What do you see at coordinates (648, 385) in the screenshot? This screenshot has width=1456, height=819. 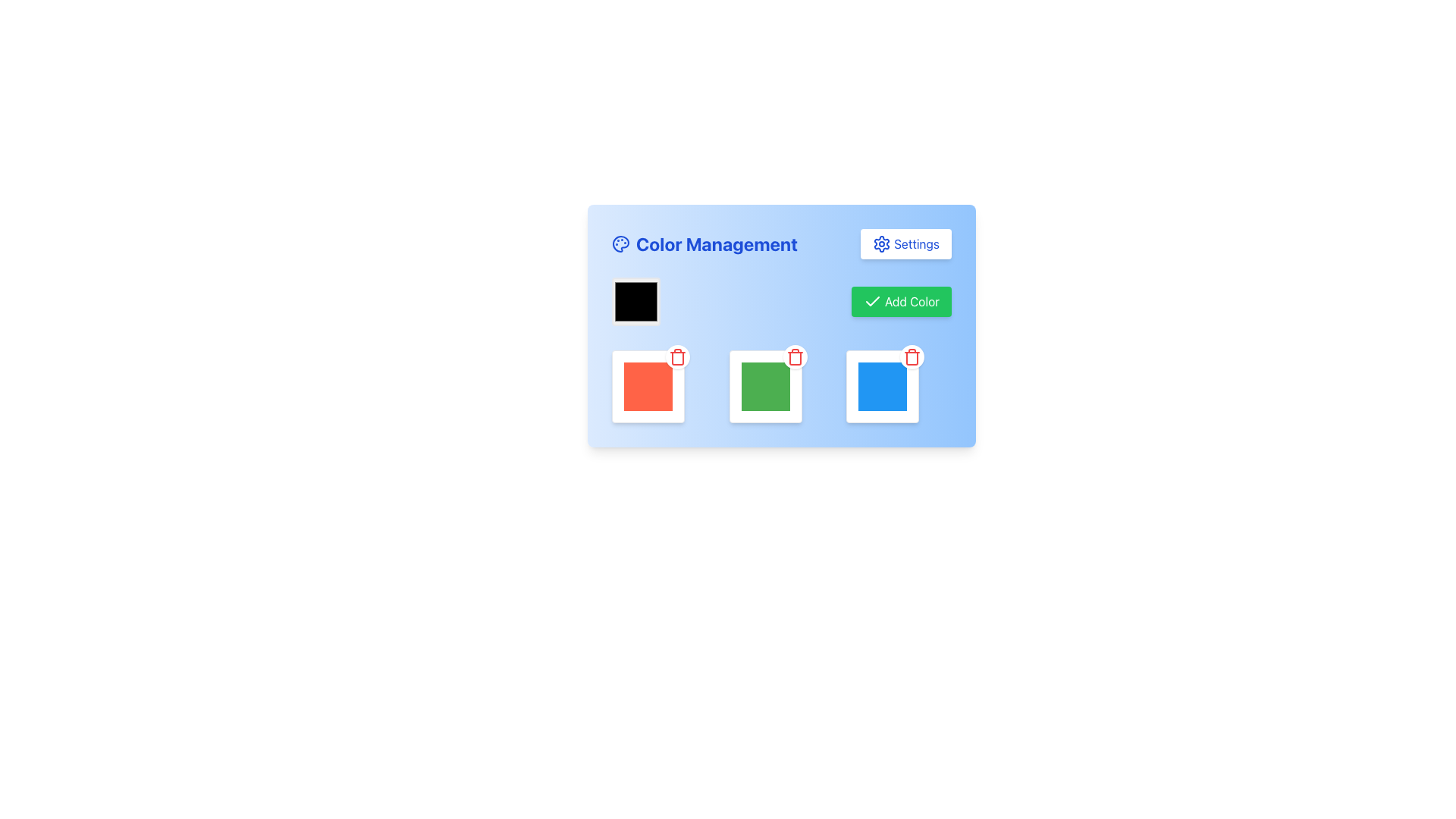 I see `the red square-shaped visual card located in the first cell of a three-column grid layout under the header 'Color Management'` at bounding box center [648, 385].